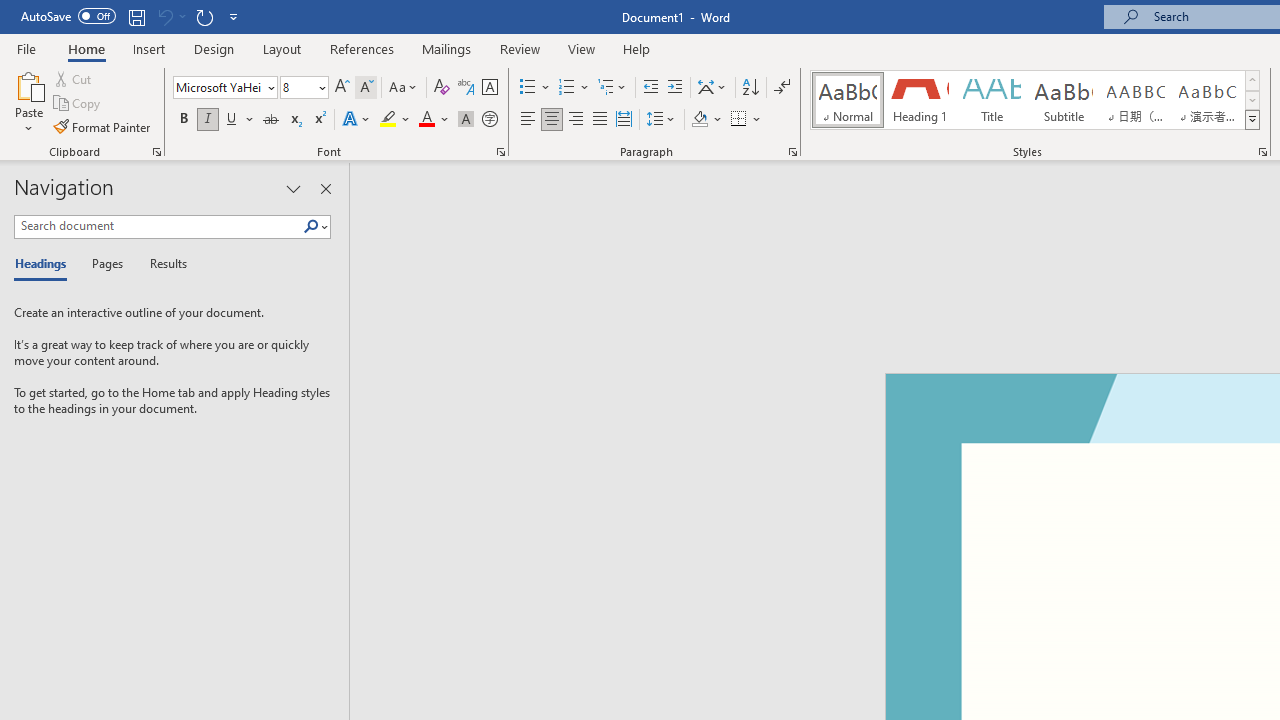 This screenshot has width=1280, height=720. I want to click on 'Quick Access Toolbar', so click(130, 16).